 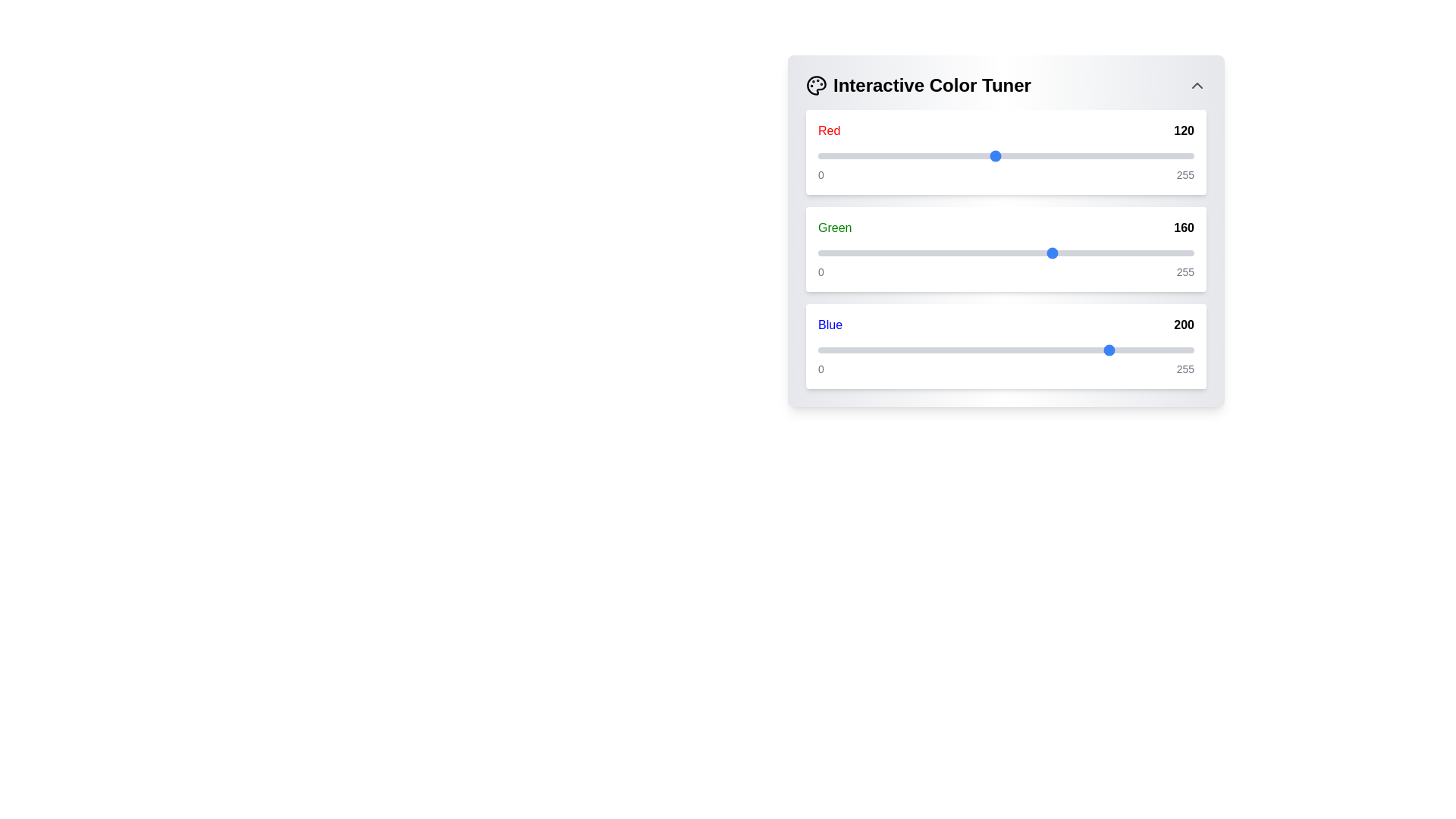 What do you see at coordinates (1107, 155) in the screenshot?
I see `the red color intensity` at bounding box center [1107, 155].